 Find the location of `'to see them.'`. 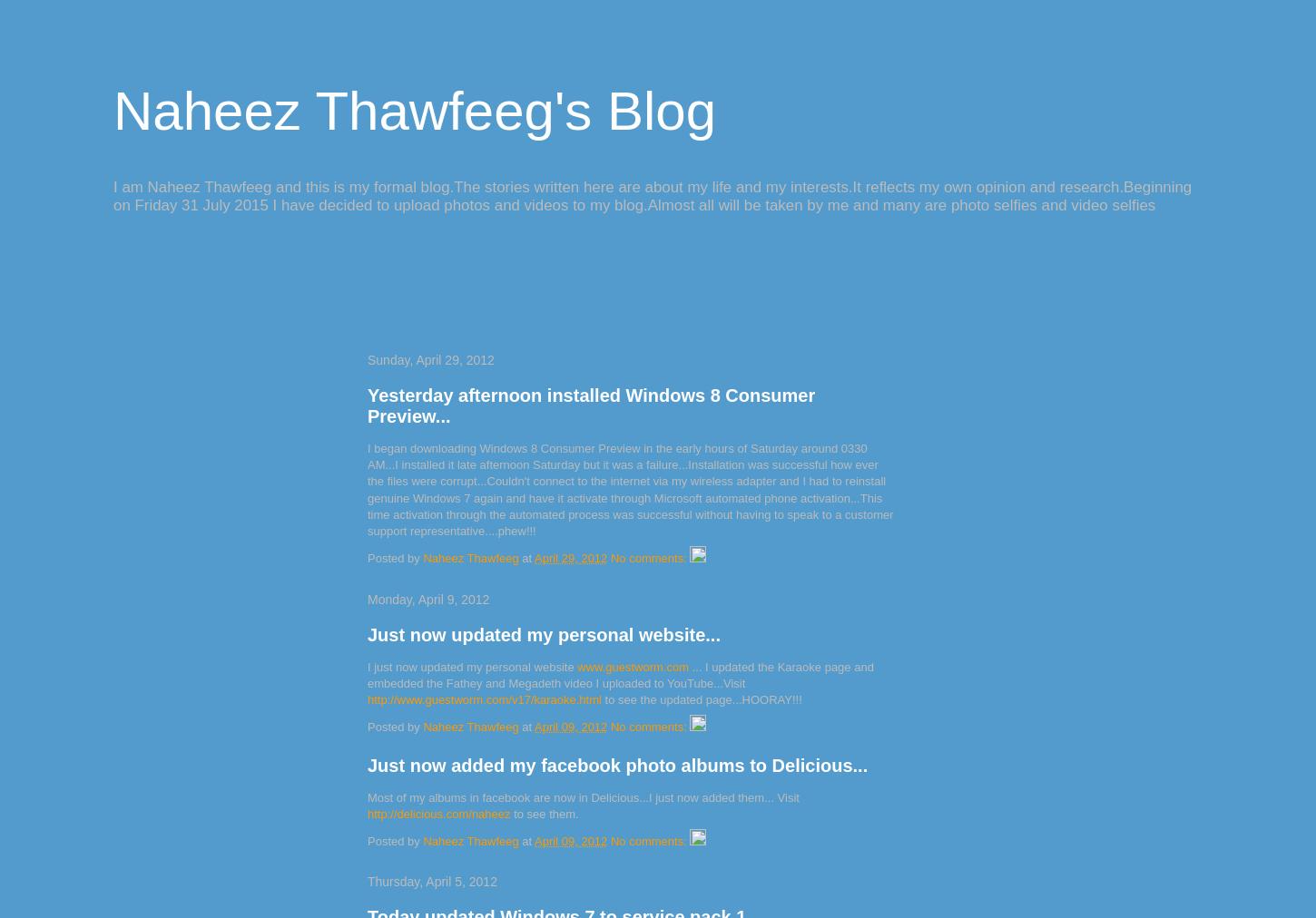

'to see them.' is located at coordinates (544, 813).